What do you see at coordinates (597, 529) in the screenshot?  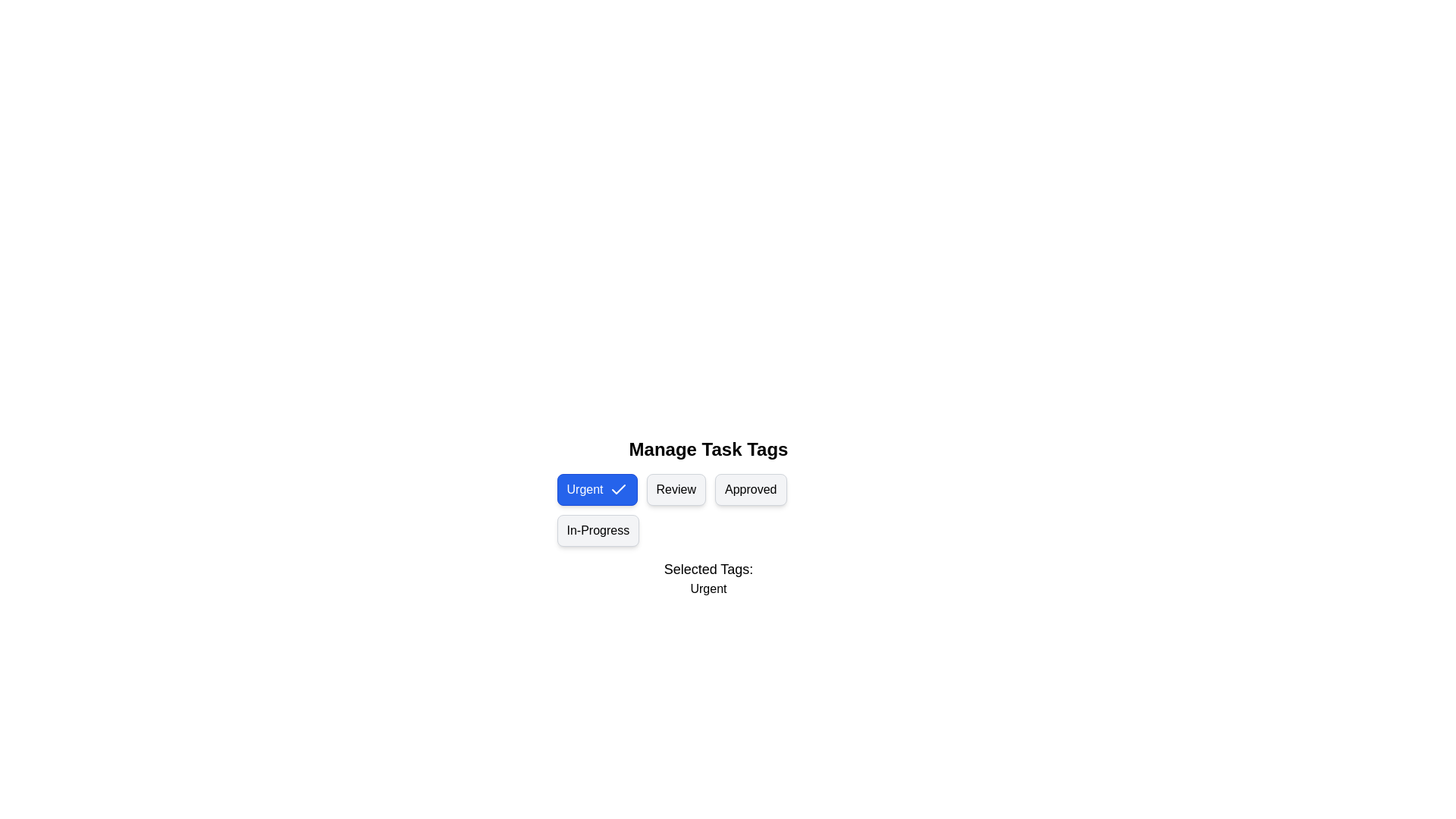 I see `the tag chip labeled In-Progress to toggle its selection state` at bounding box center [597, 529].